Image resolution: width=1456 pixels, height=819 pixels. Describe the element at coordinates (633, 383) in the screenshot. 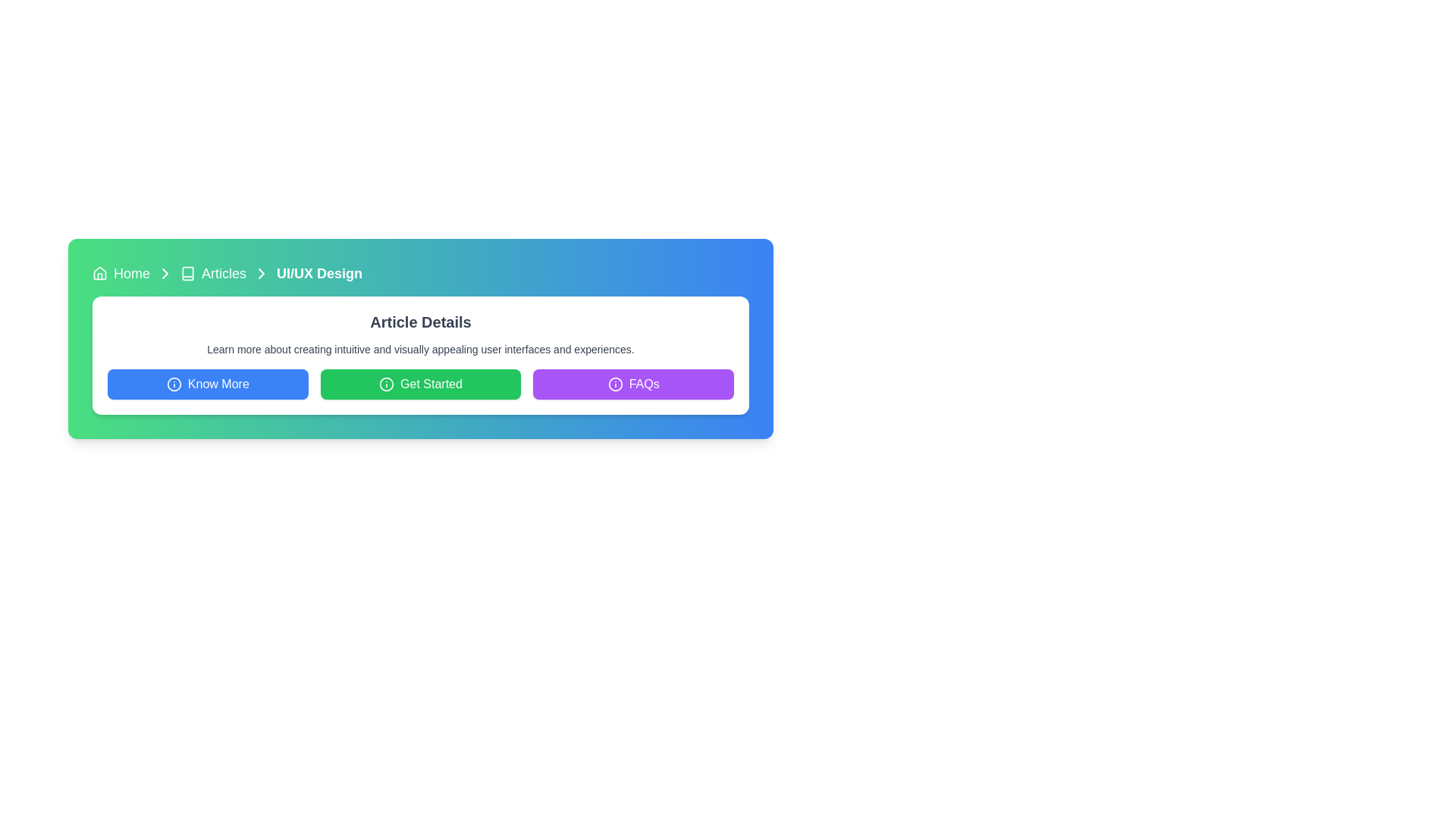

I see `the 'FAQs' button with a purple background and white rounded border` at that location.